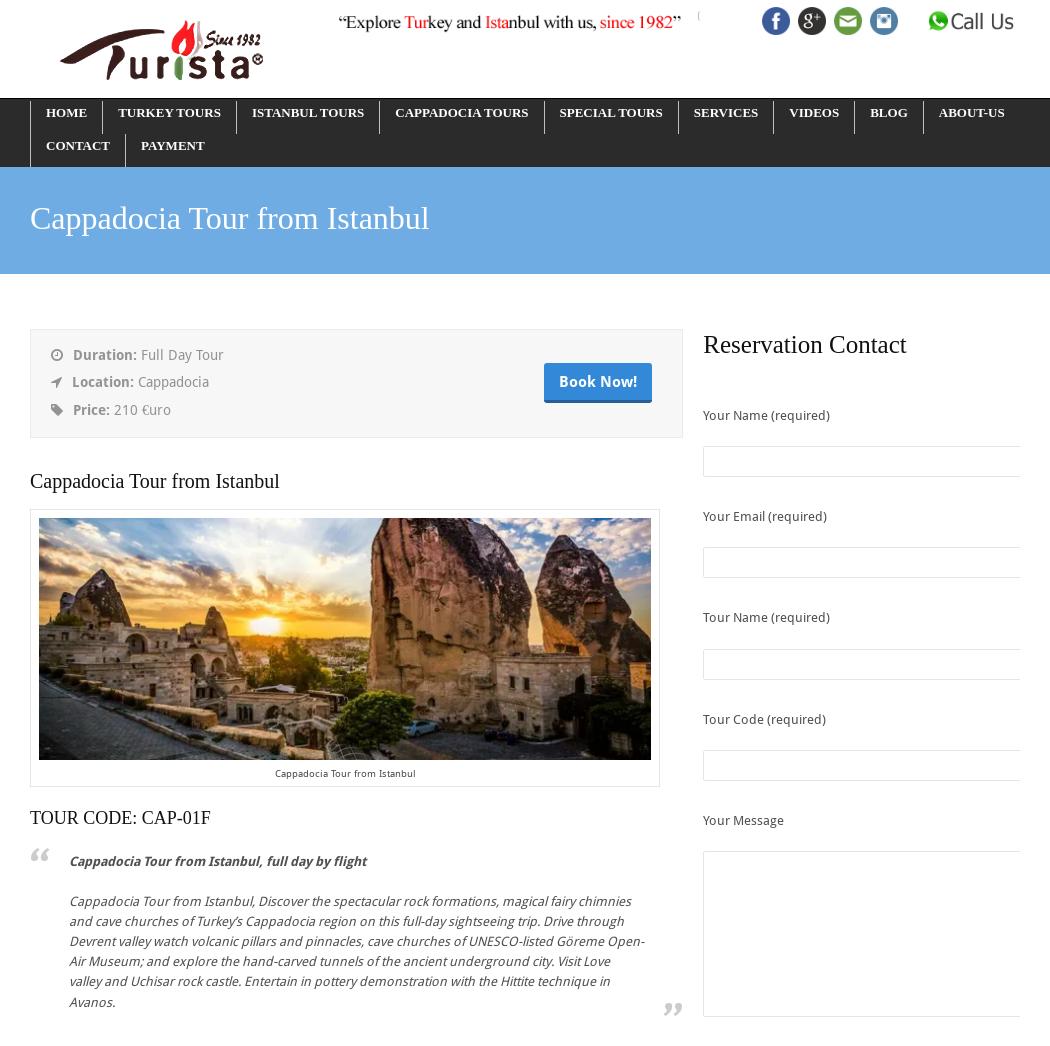 Image resolution: width=1050 pixels, height=1046 pixels. Describe the element at coordinates (765, 516) in the screenshot. I see `'Your Email (required)'` at that location.